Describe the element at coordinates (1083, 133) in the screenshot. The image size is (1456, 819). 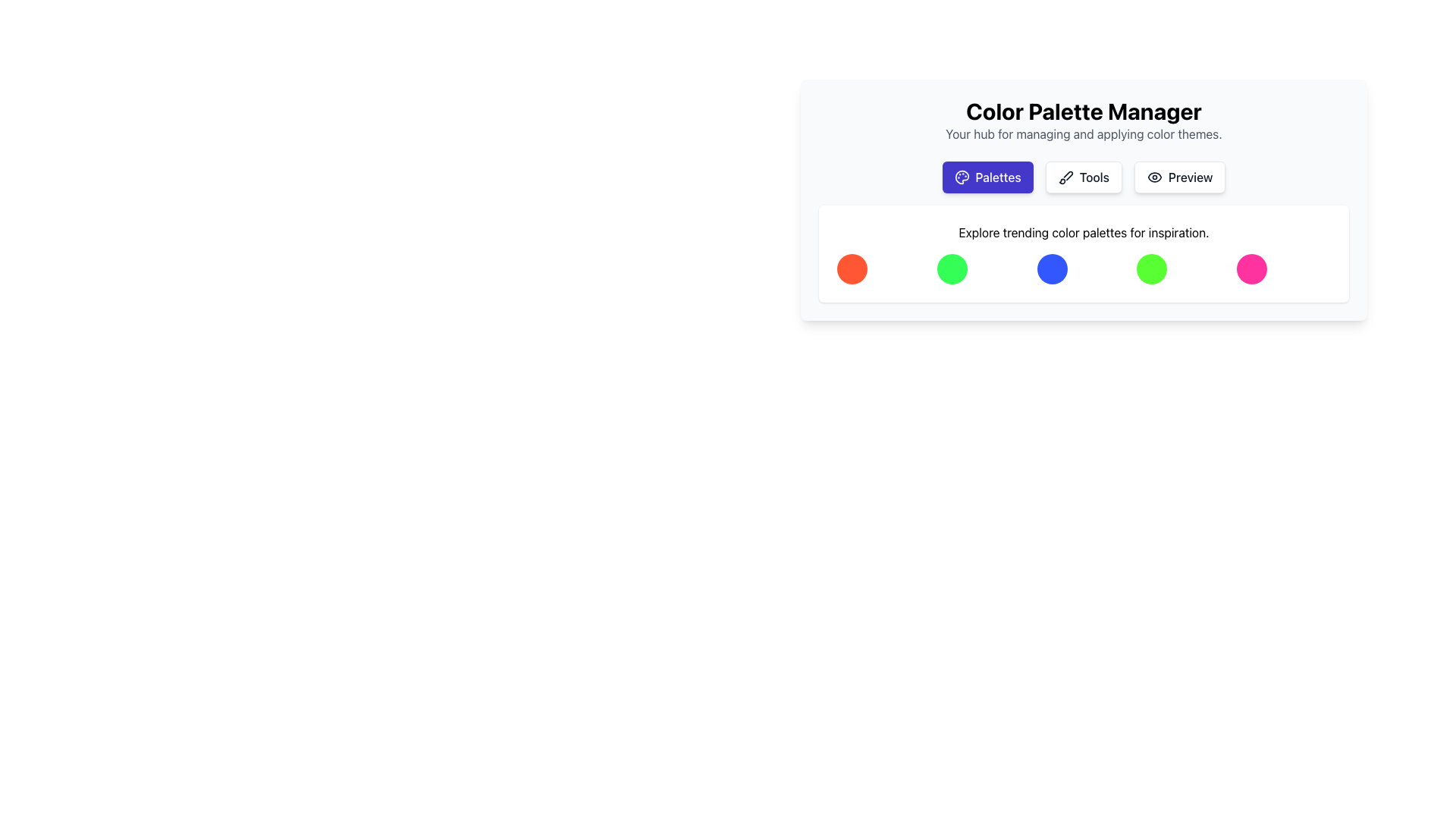
I see `the static text displaying 'Your hub for managing and applying color themes.' which is located directly below the headline 'Color Palette Manager'` at that location.